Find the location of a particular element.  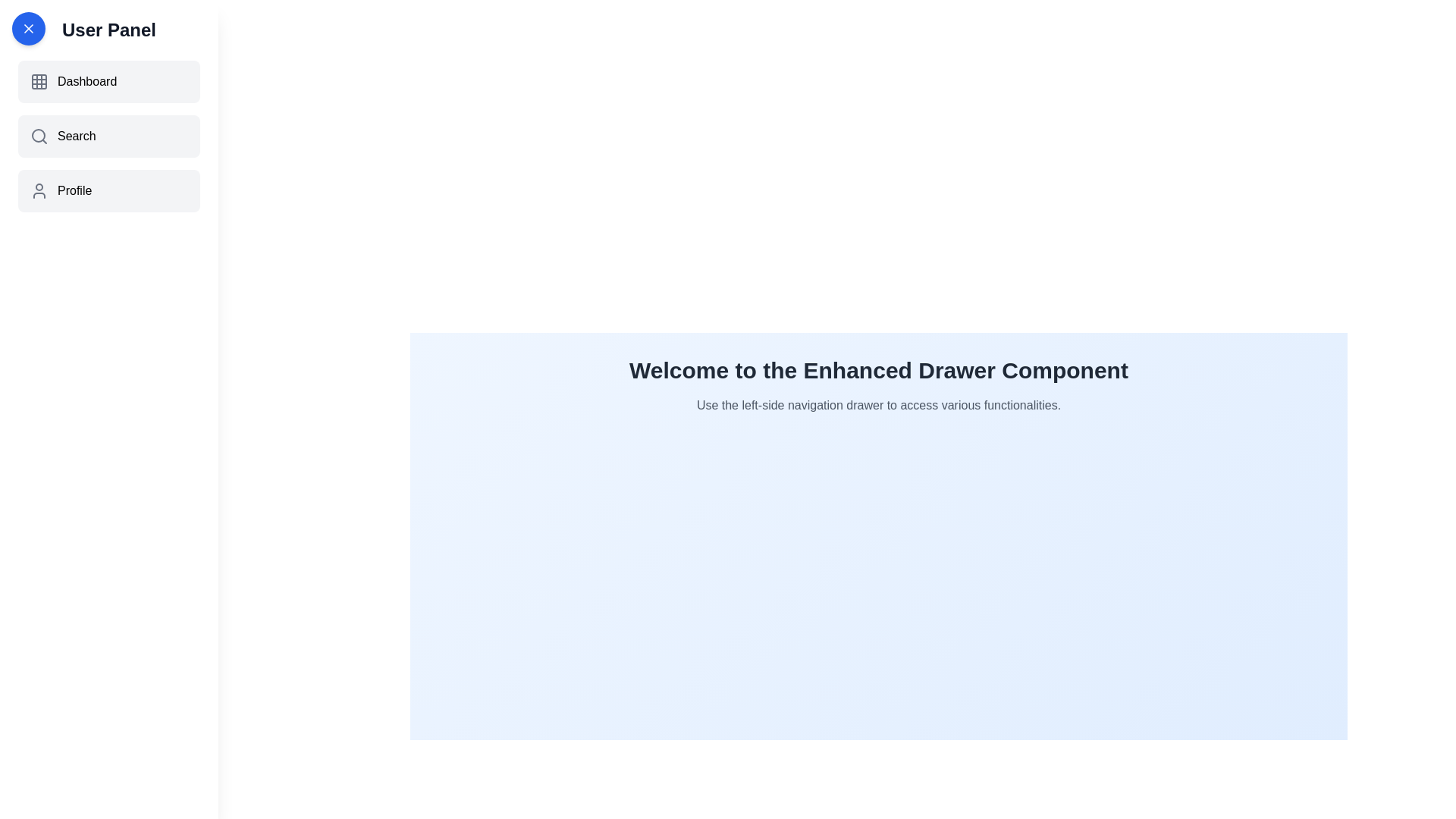

the Decorative SVG Circle, which is part of the search icon located in the sidebar menu near the 'Search' label is located at coordinates (39, 134).